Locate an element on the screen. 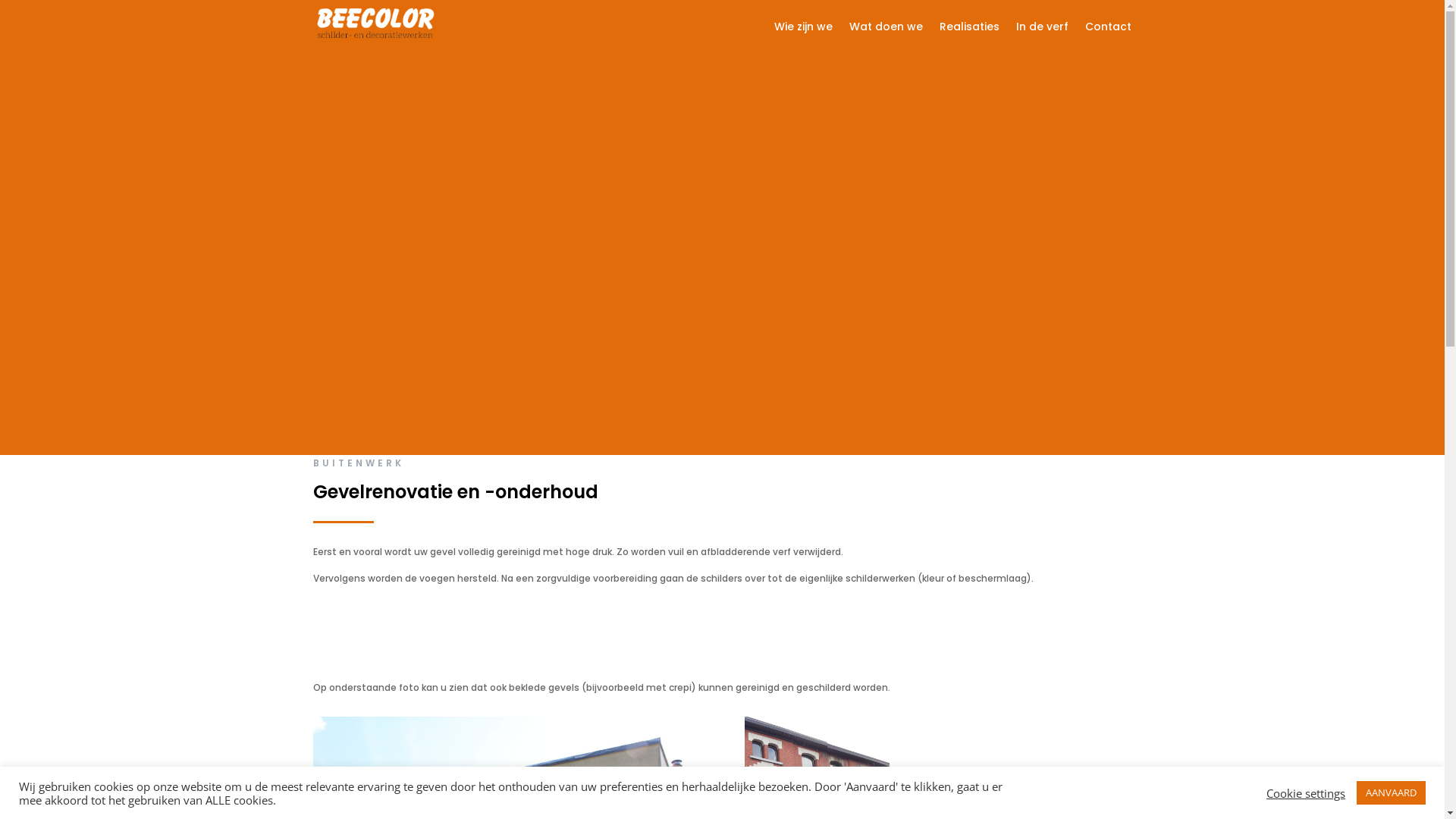 Image resolution: width=1456 pixels, height=819 pixels. 'Cookie settings' is located at coordinates (1305, 792).